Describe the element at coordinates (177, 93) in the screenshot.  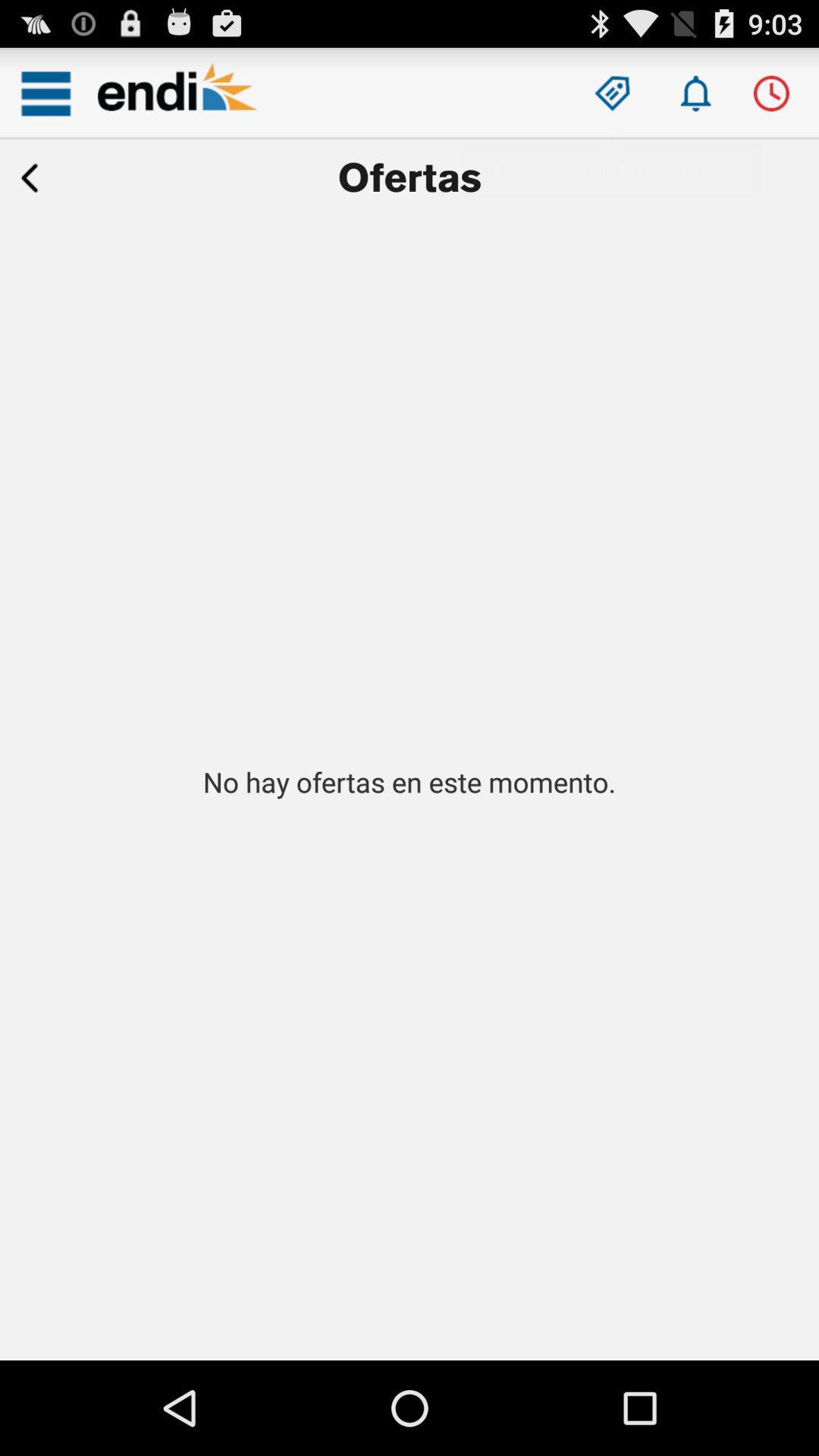
I see `home page` at that location.